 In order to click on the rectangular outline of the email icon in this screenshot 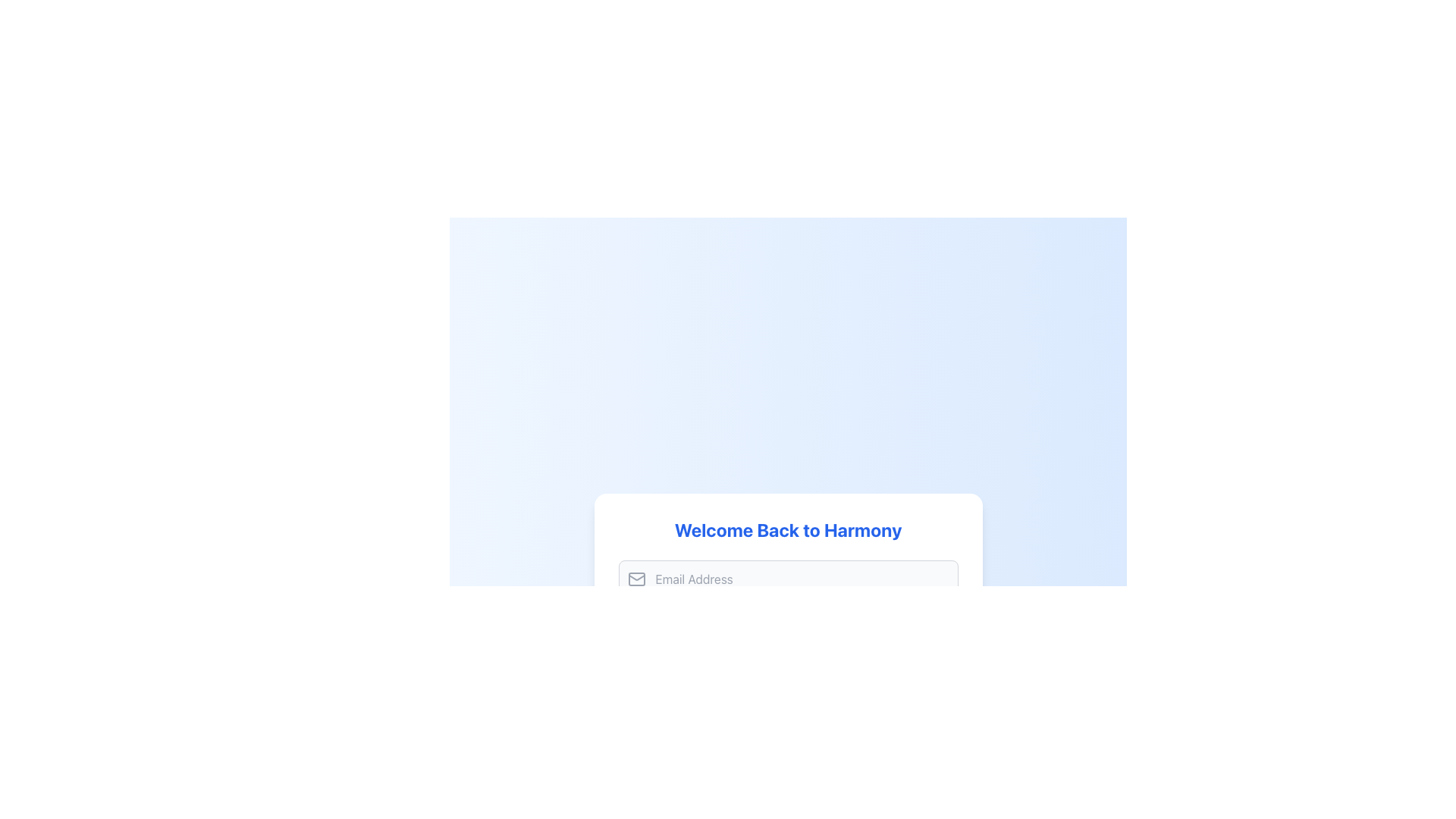, I will do `click(636, 579)`.